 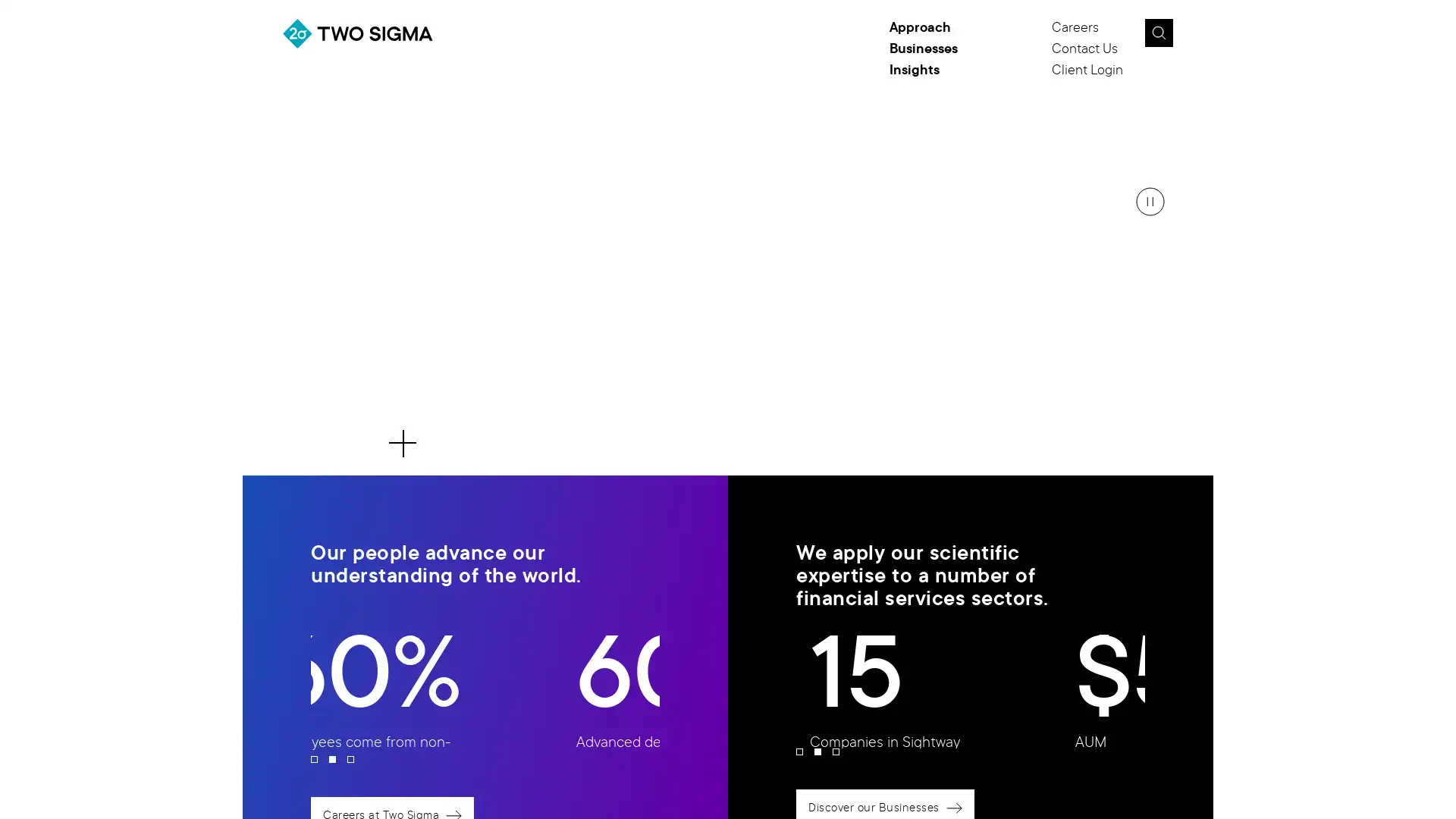 I want to click on Search, so click(x=1157, y=33).